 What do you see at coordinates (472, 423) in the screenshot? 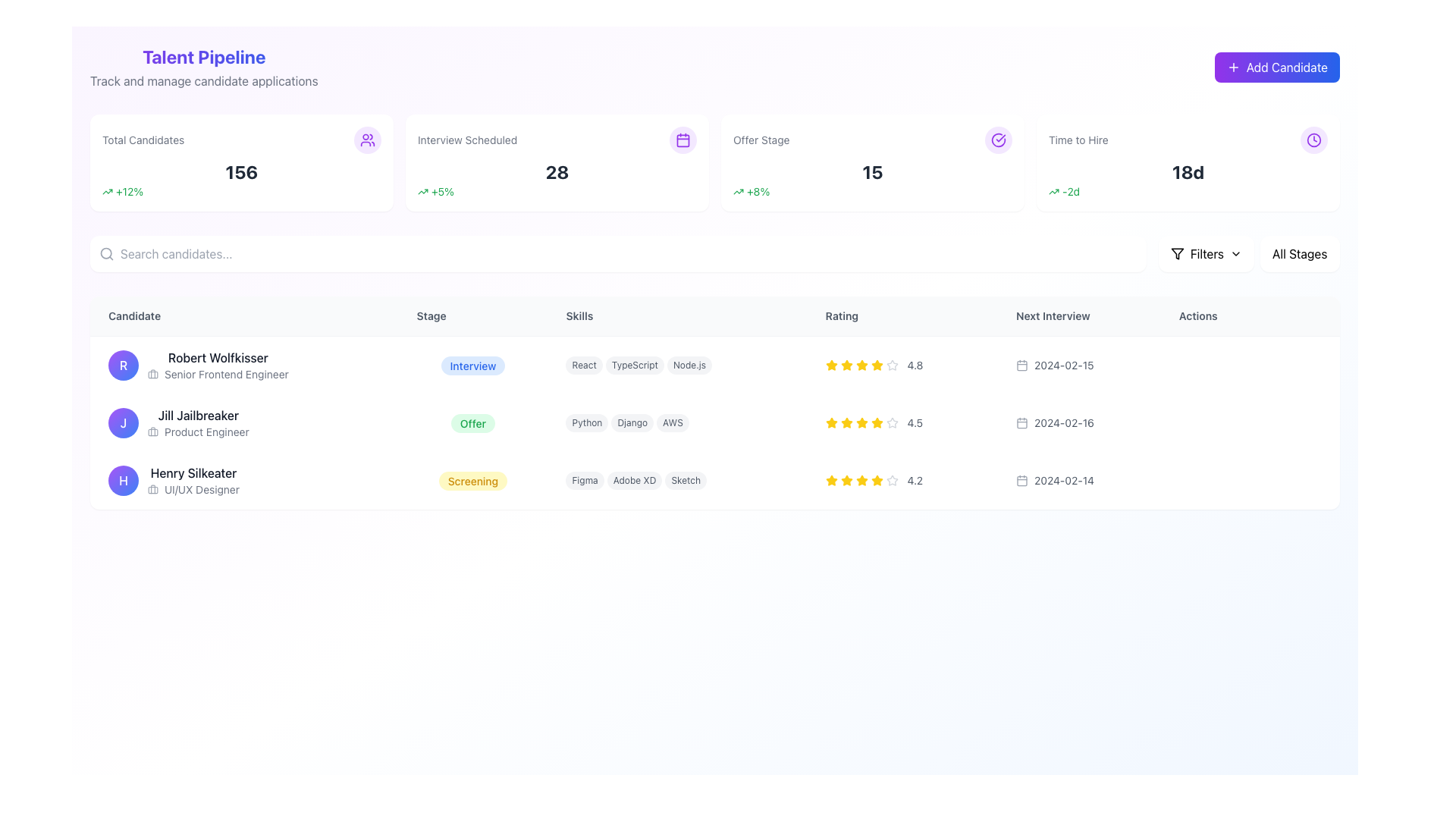
I see `the 'Offer' status tag` at bounding box center [472, 423].